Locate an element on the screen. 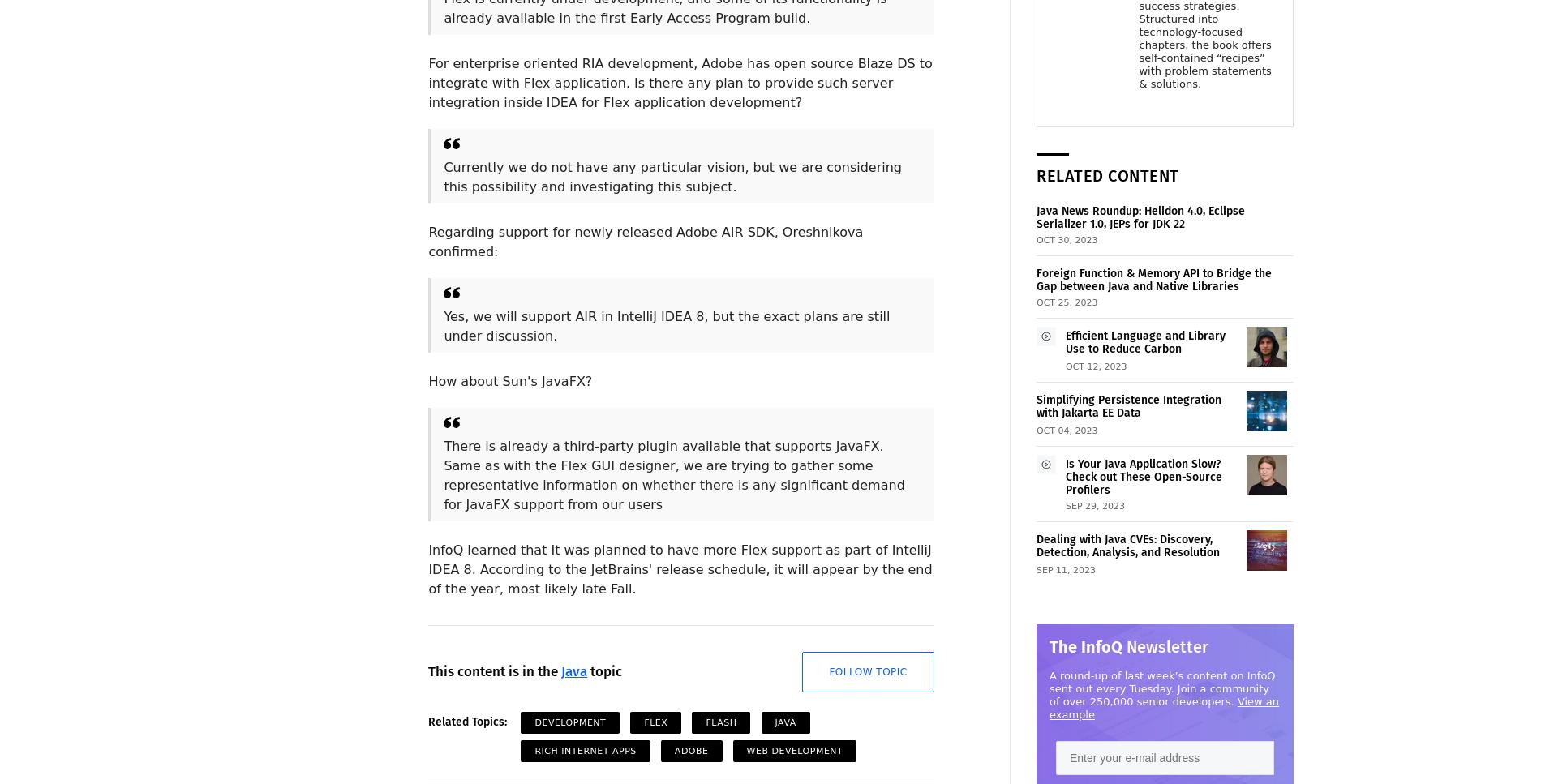 This screenshot has width=1541, height=784. 'Dealing with Java CVEs: Discovery, Detection, Analysis, and Resolution' is located at coordinates (1127, 546).